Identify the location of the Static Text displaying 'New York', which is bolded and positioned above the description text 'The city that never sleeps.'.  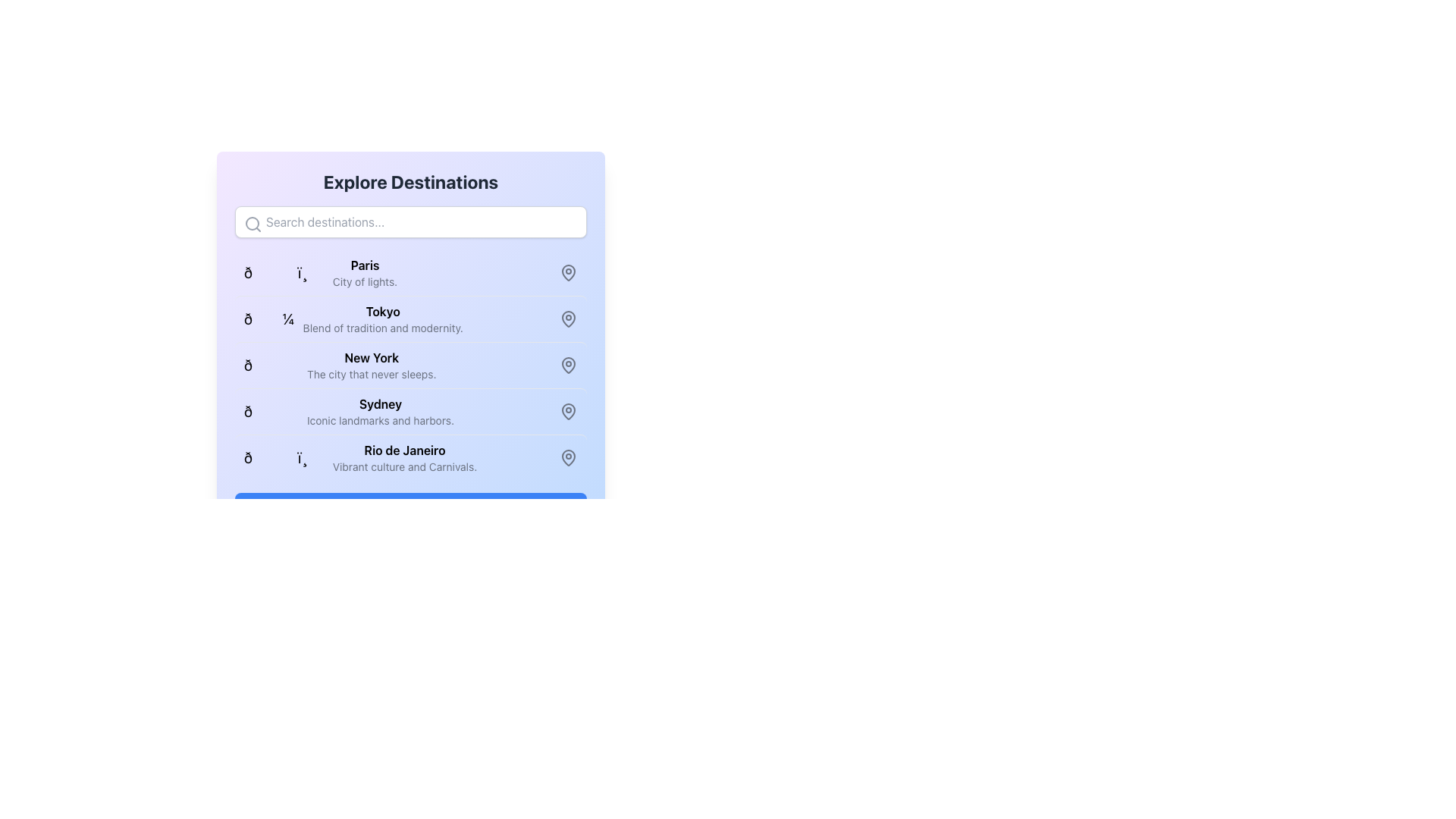
(372, 357).